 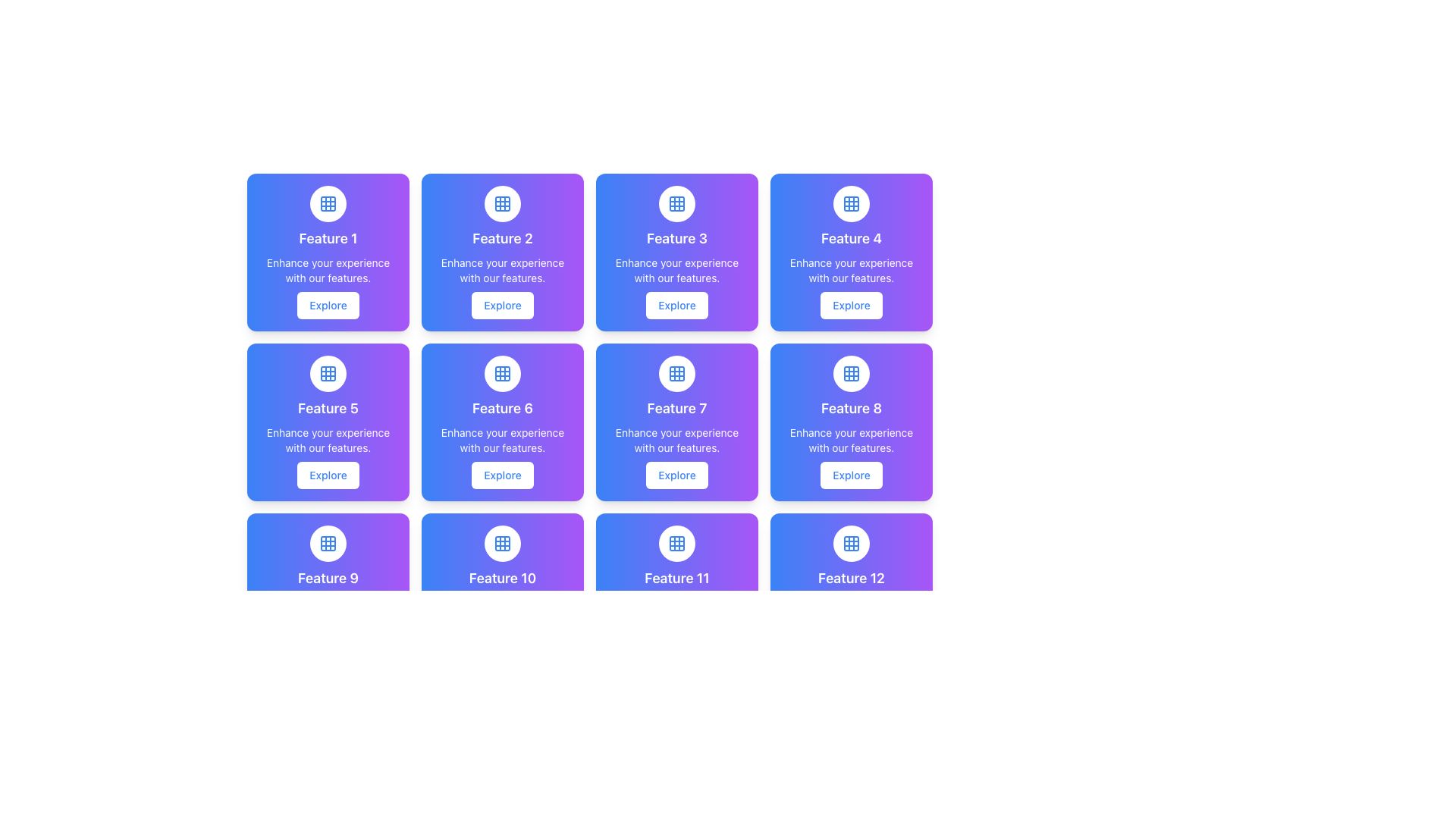 What do you see at coordinates (676, 441) in the screenshot?
I see `informational text label located in the third row and third column of the grid within the 'Feature 7' panel, positioned above the 'Explore' button` at bounding box center [676, 441].